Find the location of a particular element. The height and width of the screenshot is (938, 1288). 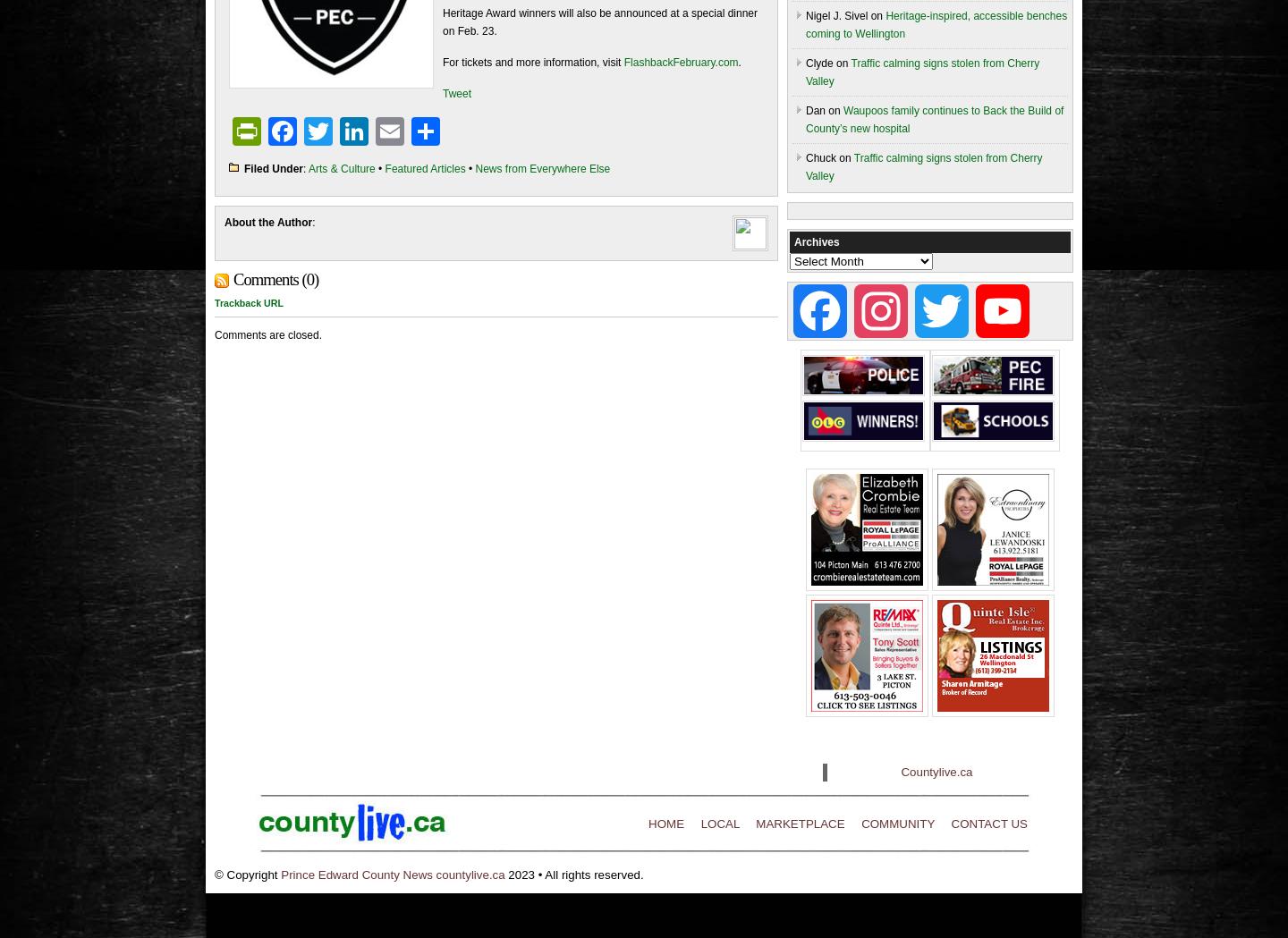

'News from Everywhere Else' is located at coordinates (474, 166).